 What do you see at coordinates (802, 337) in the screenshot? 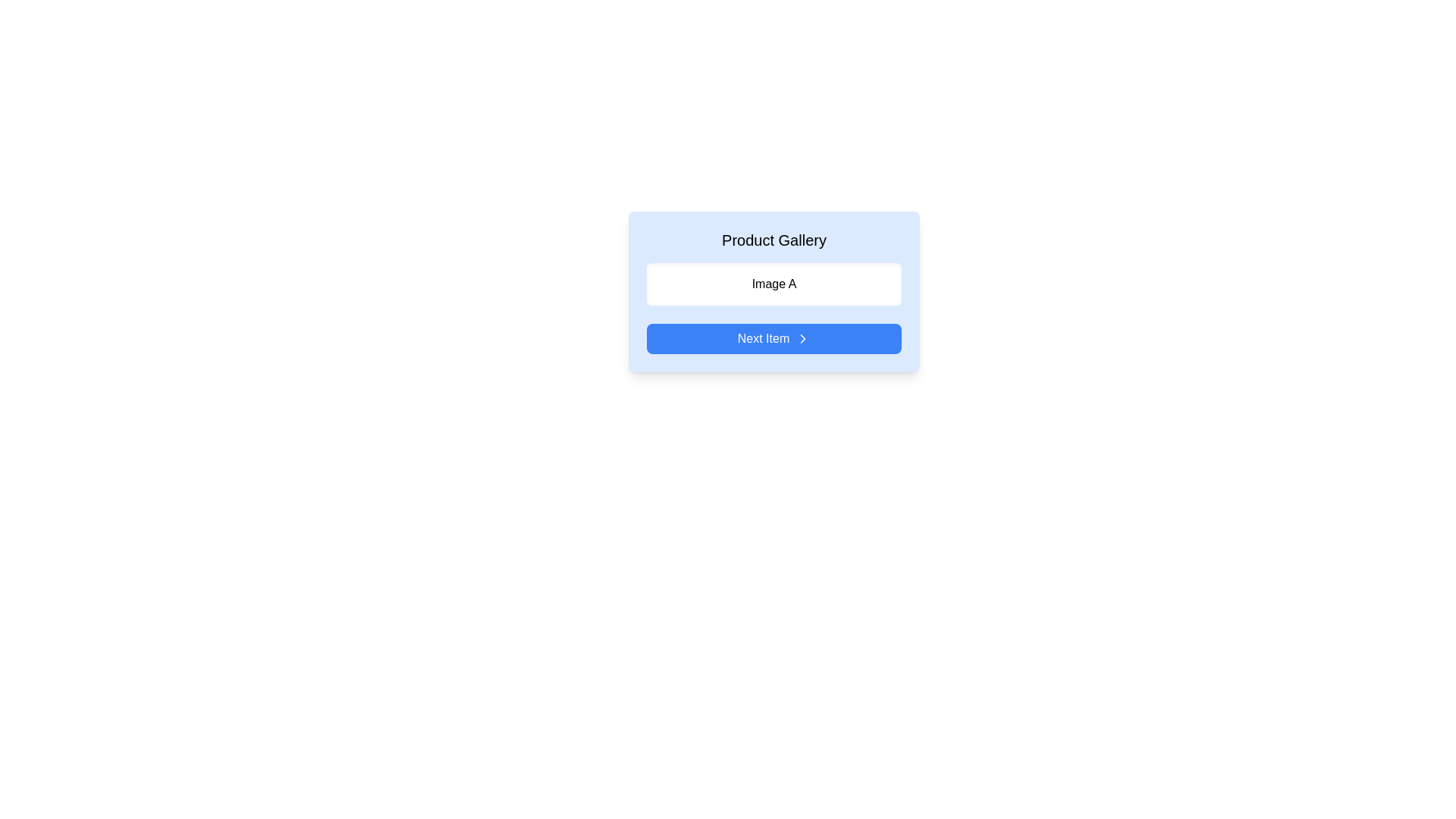
I see `the SVG chevron icon on the right side of the blue 'Next Item' button` at bounding box center [802, 337].